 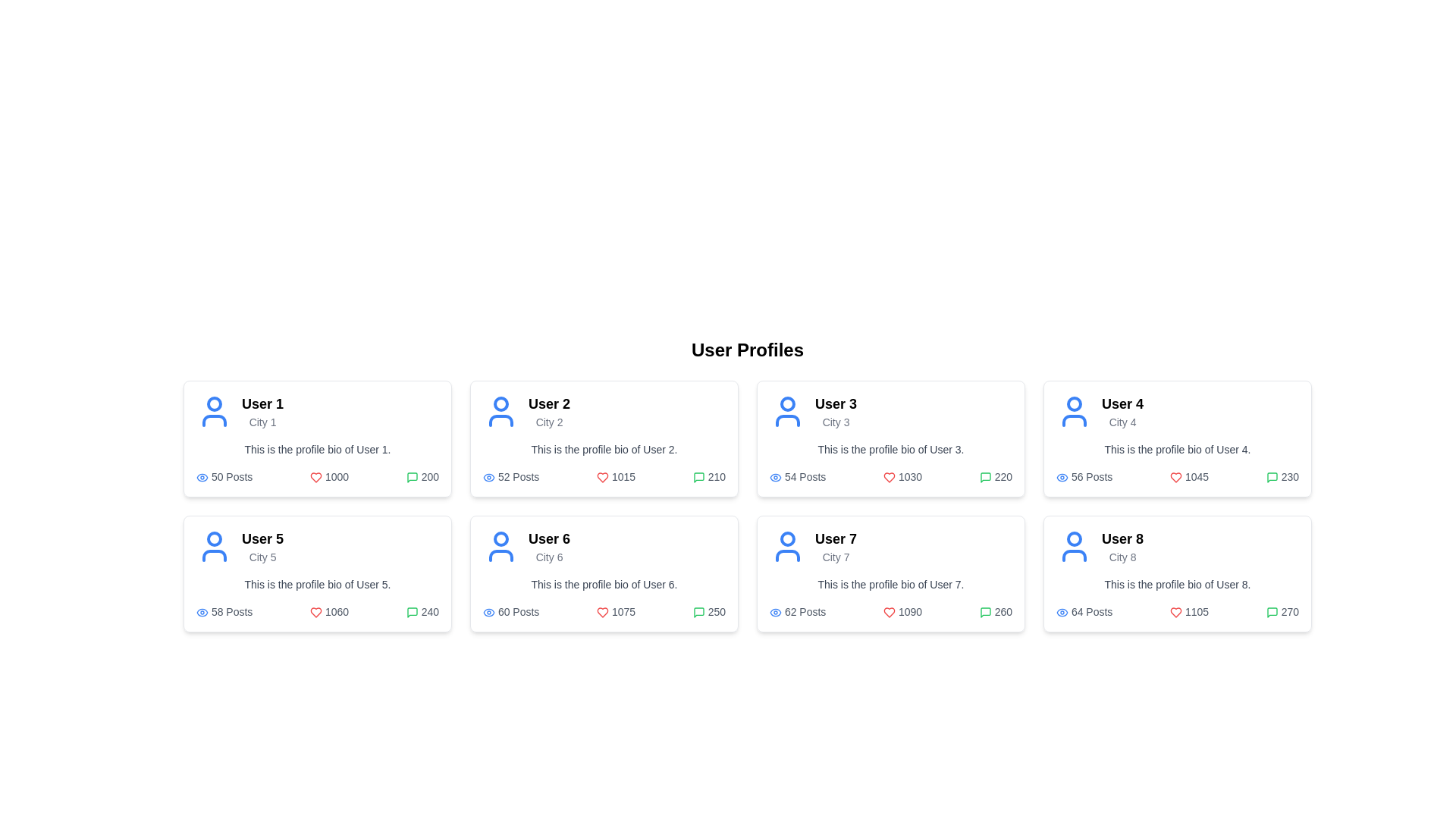 What do you see at coordinates (787, 538) in the screenshot?
I see `the decorative Circle representing the head portion of the 'User 7' profile icon located at the top-left corner of the profile card in the second row, fourth column of the grid layout` at bounding box center [787, 538].